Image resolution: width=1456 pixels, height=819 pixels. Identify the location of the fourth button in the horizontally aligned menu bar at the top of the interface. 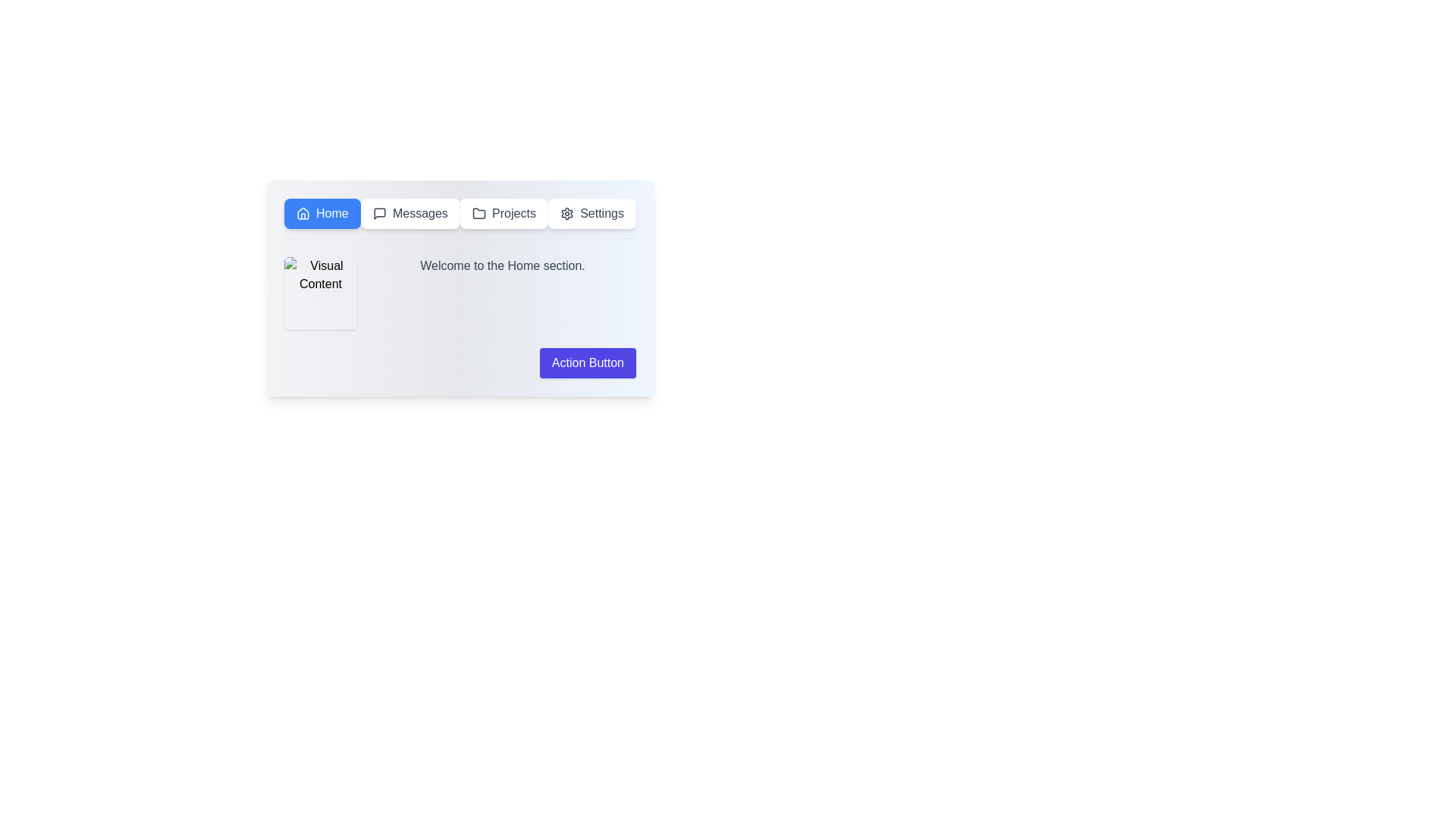
(591, 213).